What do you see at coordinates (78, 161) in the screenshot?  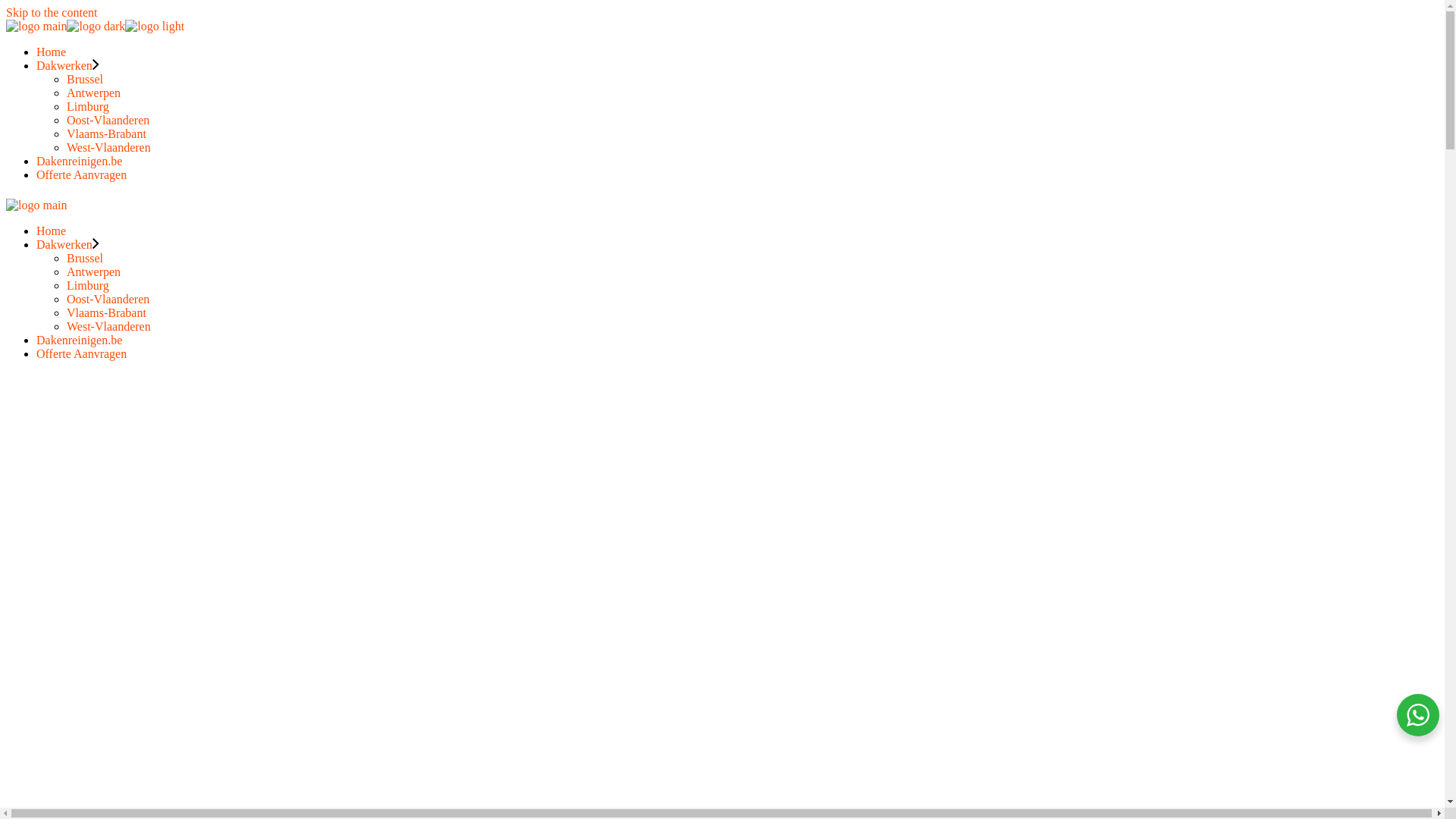 I see `'Dakenreinigen.be'` at bounding box center [78, 161].